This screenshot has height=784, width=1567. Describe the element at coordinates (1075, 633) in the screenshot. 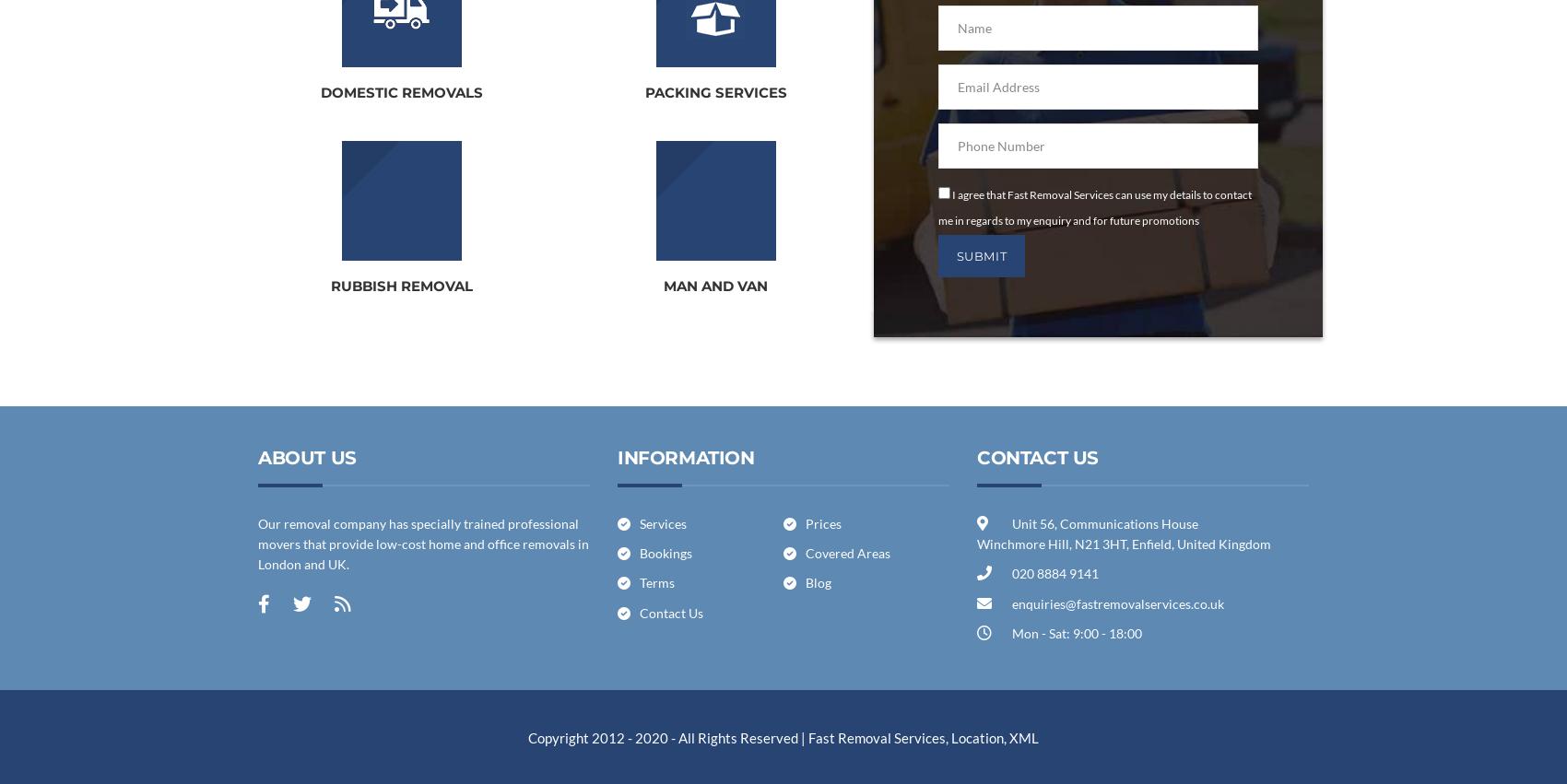

I see `'Mon - Sat: 9:00 - 18:00'` at that location.